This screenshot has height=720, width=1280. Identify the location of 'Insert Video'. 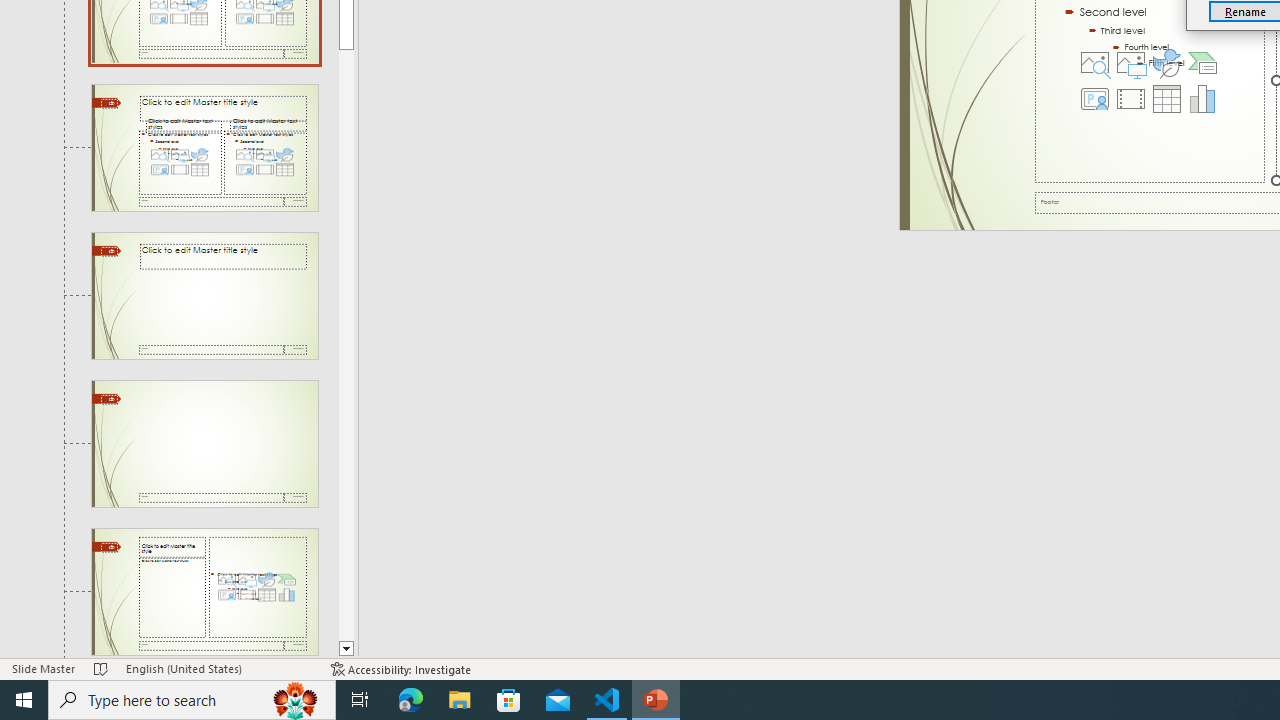
(1130, 99).